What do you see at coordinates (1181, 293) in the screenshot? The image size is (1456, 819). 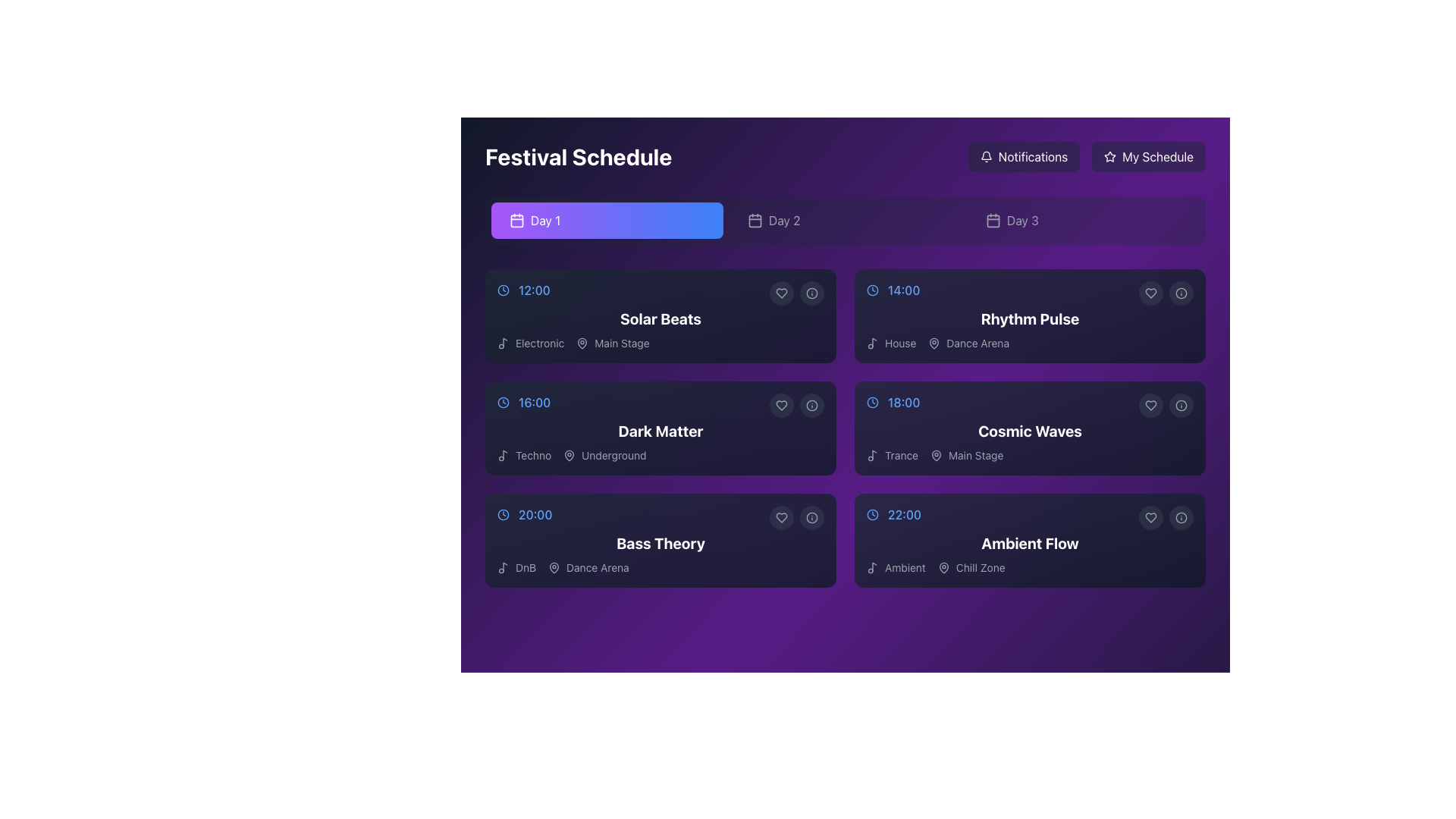 I see `the central circular icon with a hollow design and a solid red core located at the top-right corner of the 'Rhythm Pulse' schedule box` at bounding box center [1181, 293].